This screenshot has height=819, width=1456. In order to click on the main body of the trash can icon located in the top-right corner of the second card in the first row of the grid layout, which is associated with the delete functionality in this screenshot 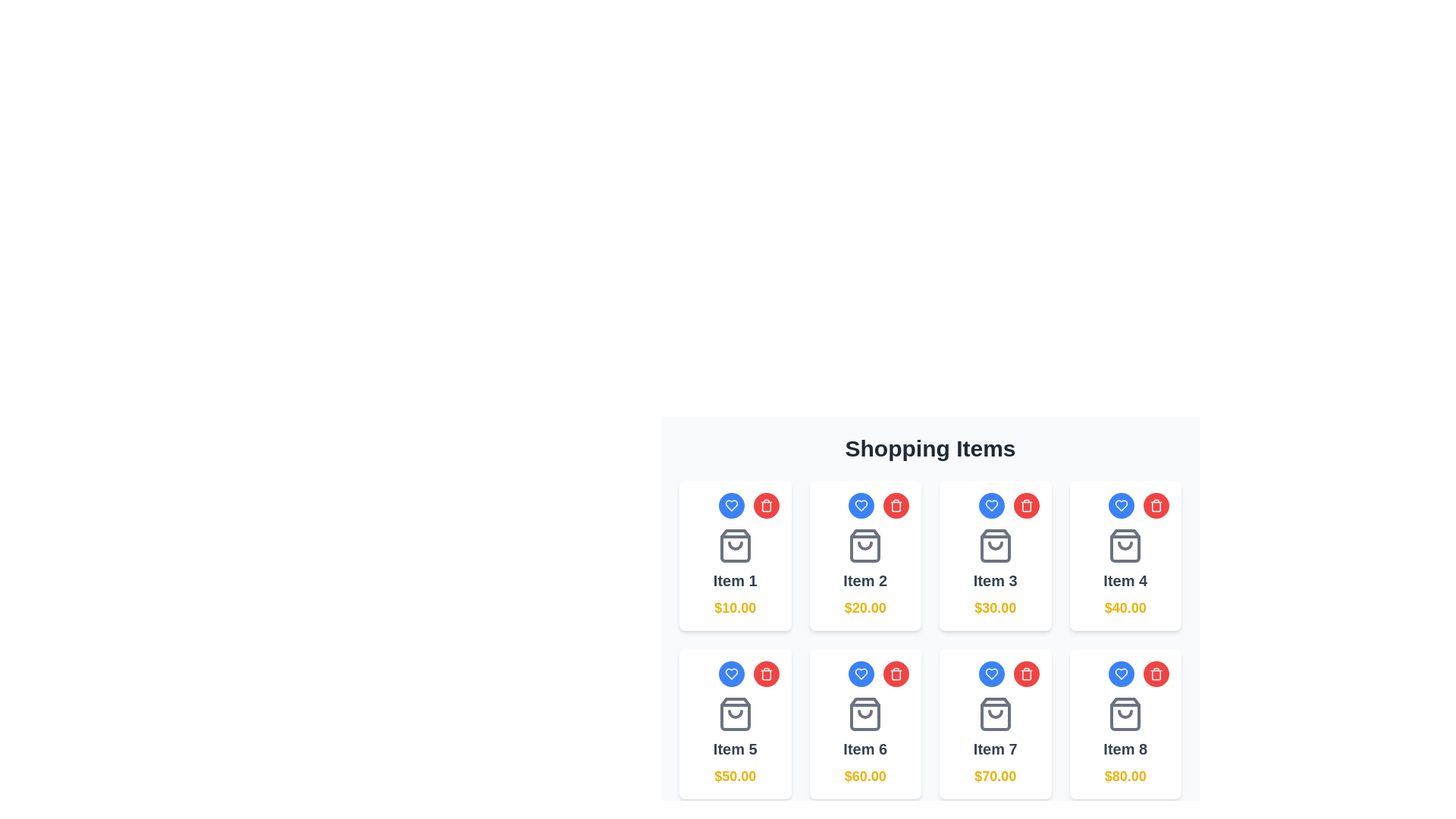, I will do `click(1026, 507)`.